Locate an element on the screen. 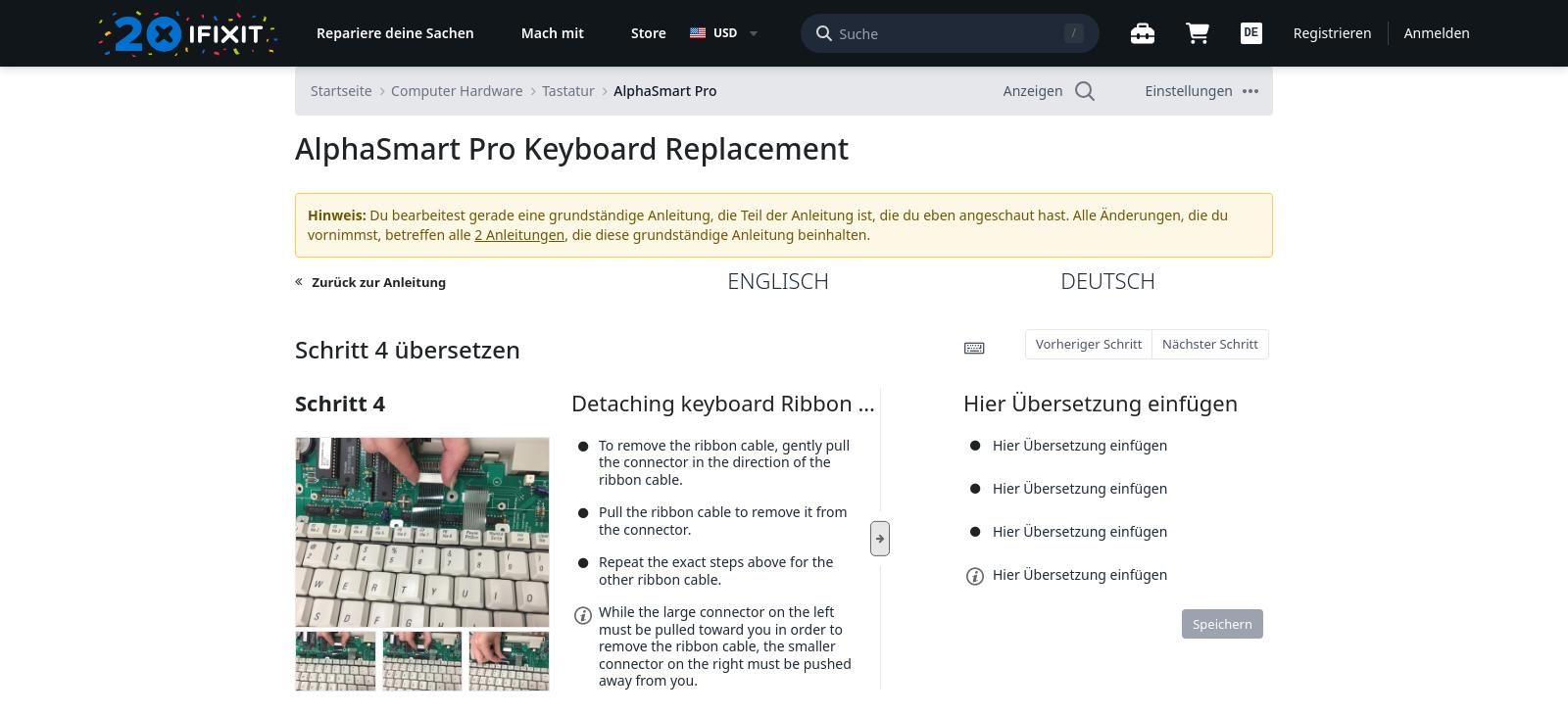 Image resolution: width=1568 pixels, height=715 pixels. 'Detaching keyboard Ribbon Cables' is located at coordinates (569, 400).